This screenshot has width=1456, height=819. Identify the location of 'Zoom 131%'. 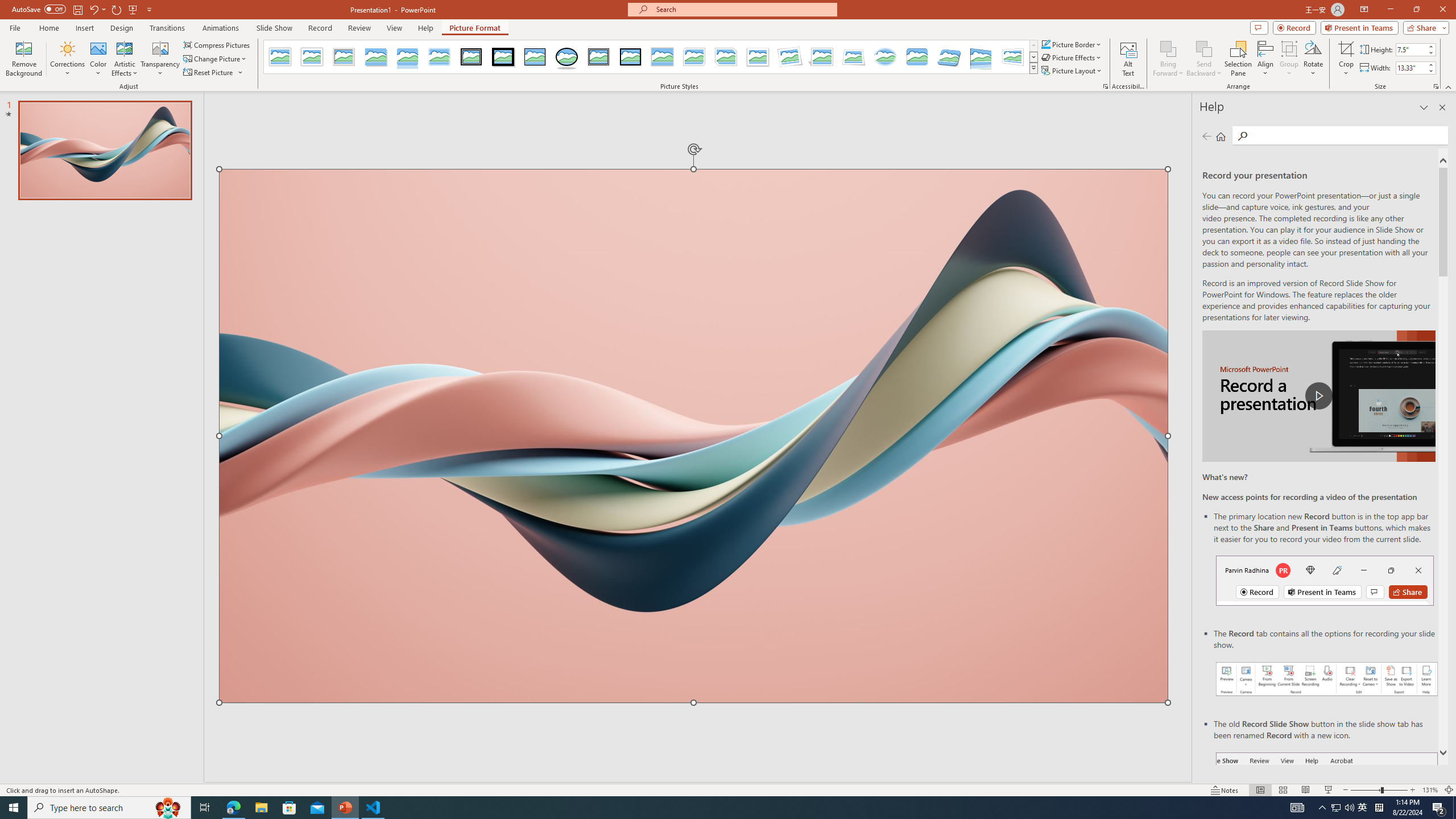
(1430, 790).